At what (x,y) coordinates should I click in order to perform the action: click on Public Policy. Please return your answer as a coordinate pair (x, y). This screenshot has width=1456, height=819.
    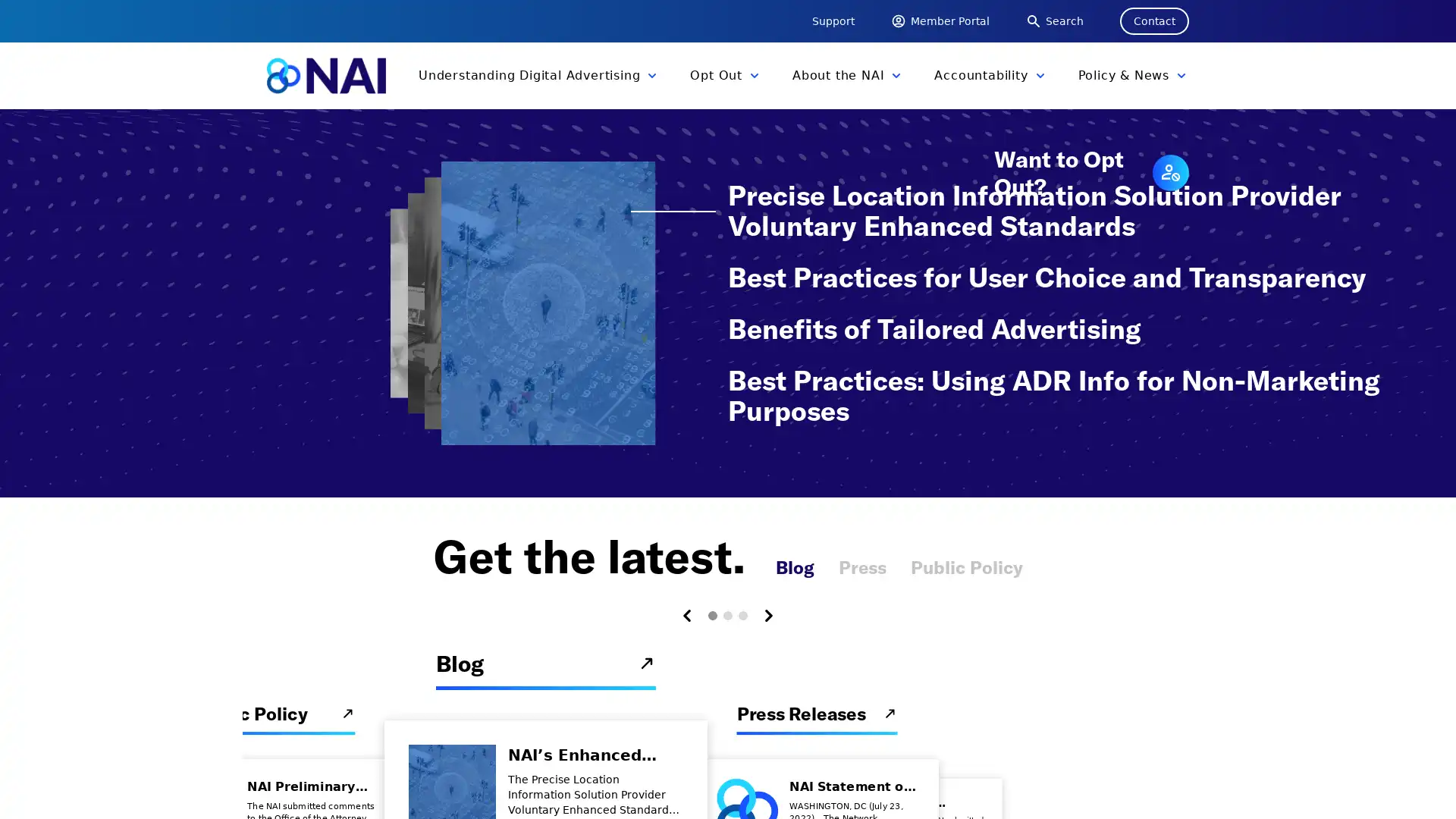
    Looking at the image, I should click on (965, 567).